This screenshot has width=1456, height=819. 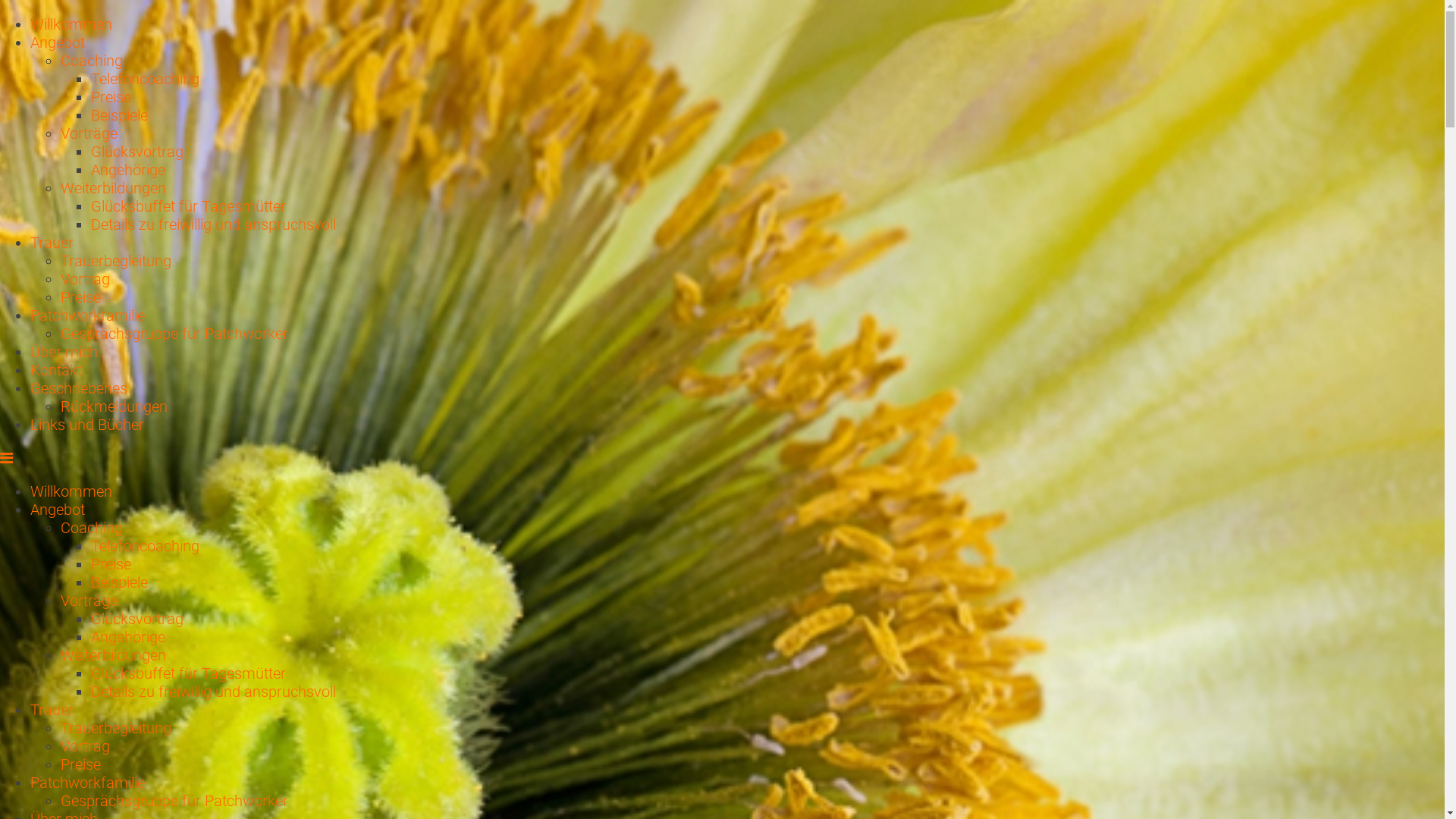 I want to click on 'Weiterbildungen', so click(x=112, y=187).